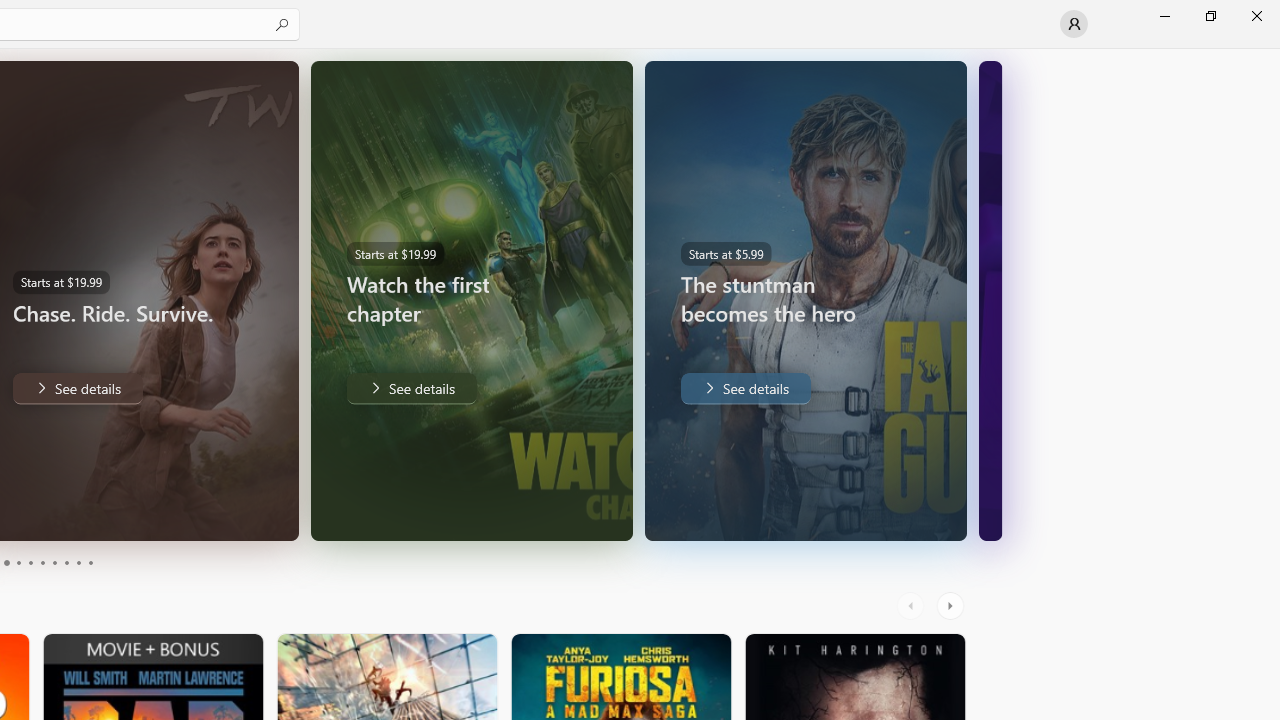 This screenshot has width=1280, height=720. I want to click on 'Page 5', so click(30, 563).